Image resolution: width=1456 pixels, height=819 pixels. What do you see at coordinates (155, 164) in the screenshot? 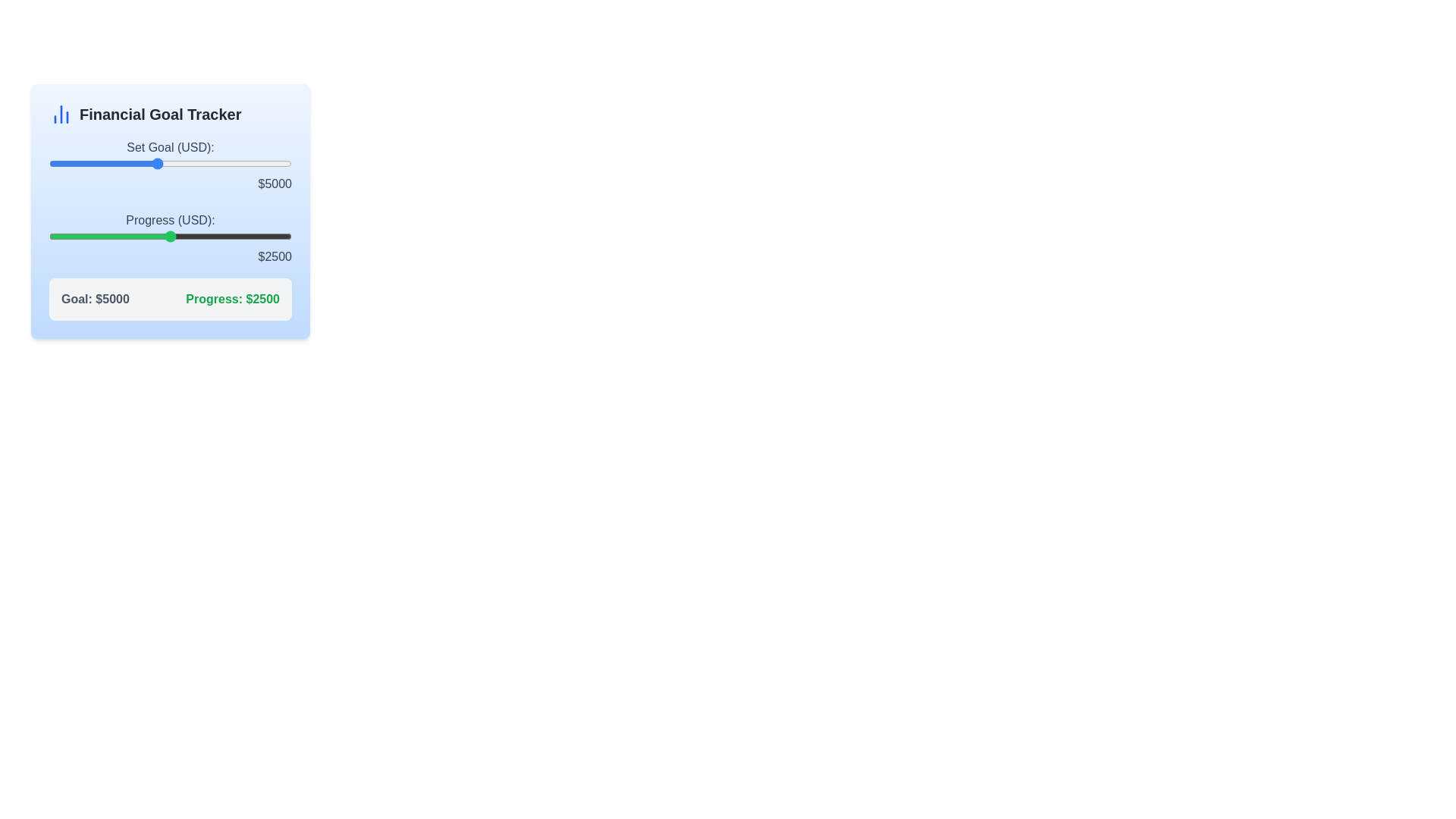
I see `the financial goal slider to 4960 USD` at bounding box center [155, 164].